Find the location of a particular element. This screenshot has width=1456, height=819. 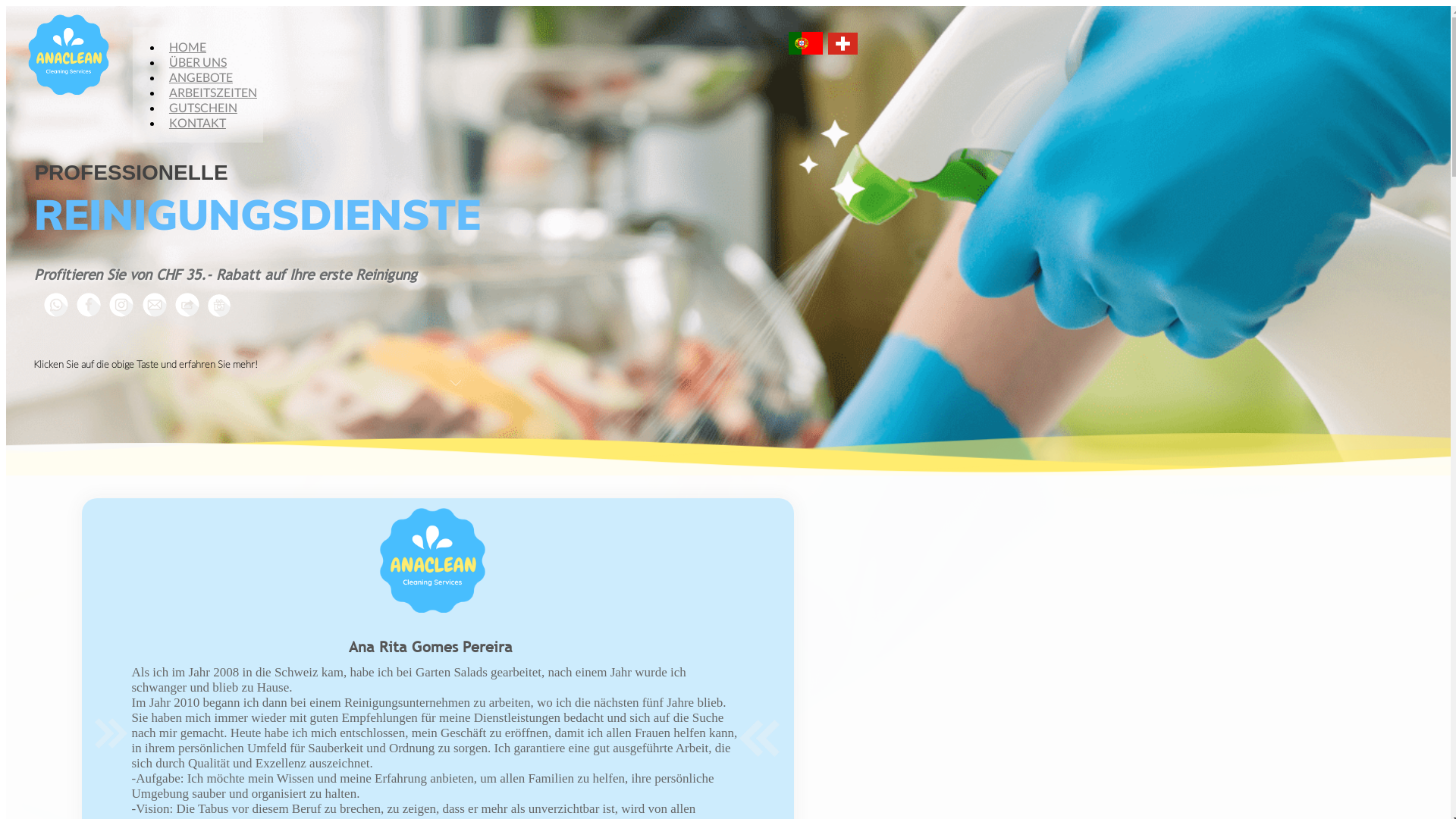

'GUTSCHEIN' is located at coordinates (202, 106).